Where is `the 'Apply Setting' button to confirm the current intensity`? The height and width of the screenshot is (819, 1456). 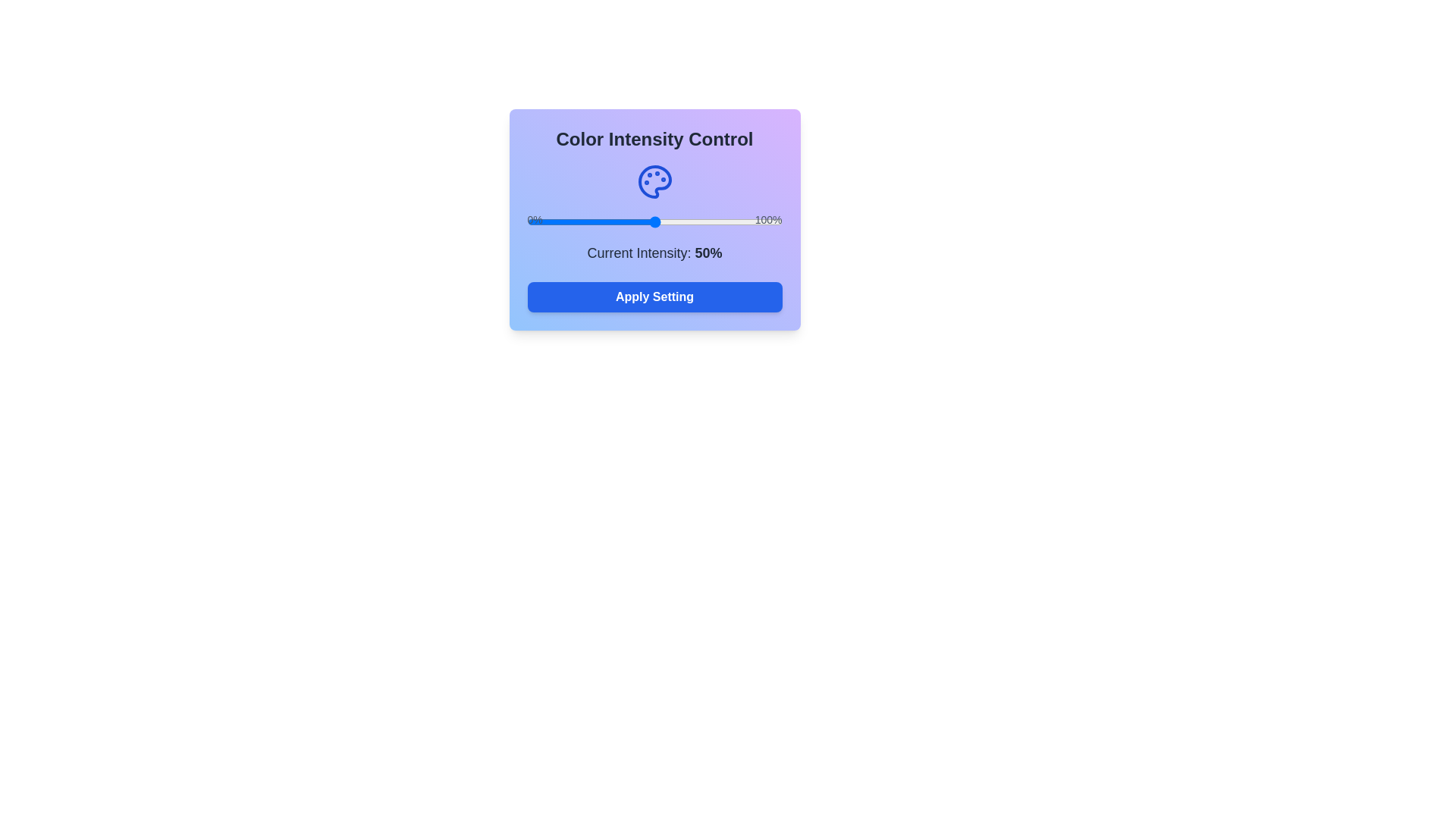 the 'Apply Setting' button to confirm the current intensity is located at coordinates (654, 297).